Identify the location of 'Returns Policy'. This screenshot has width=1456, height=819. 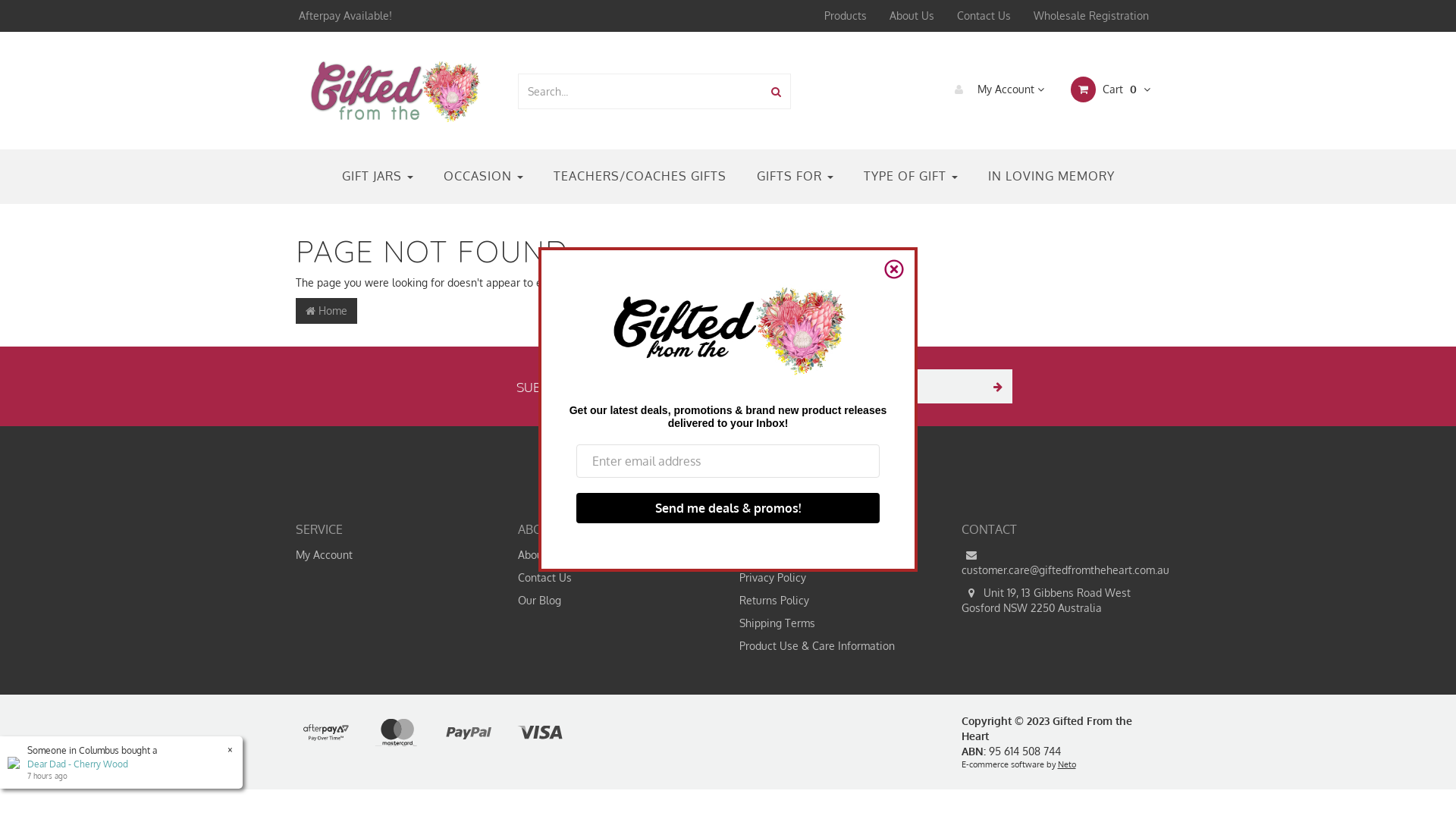
(728, 599).